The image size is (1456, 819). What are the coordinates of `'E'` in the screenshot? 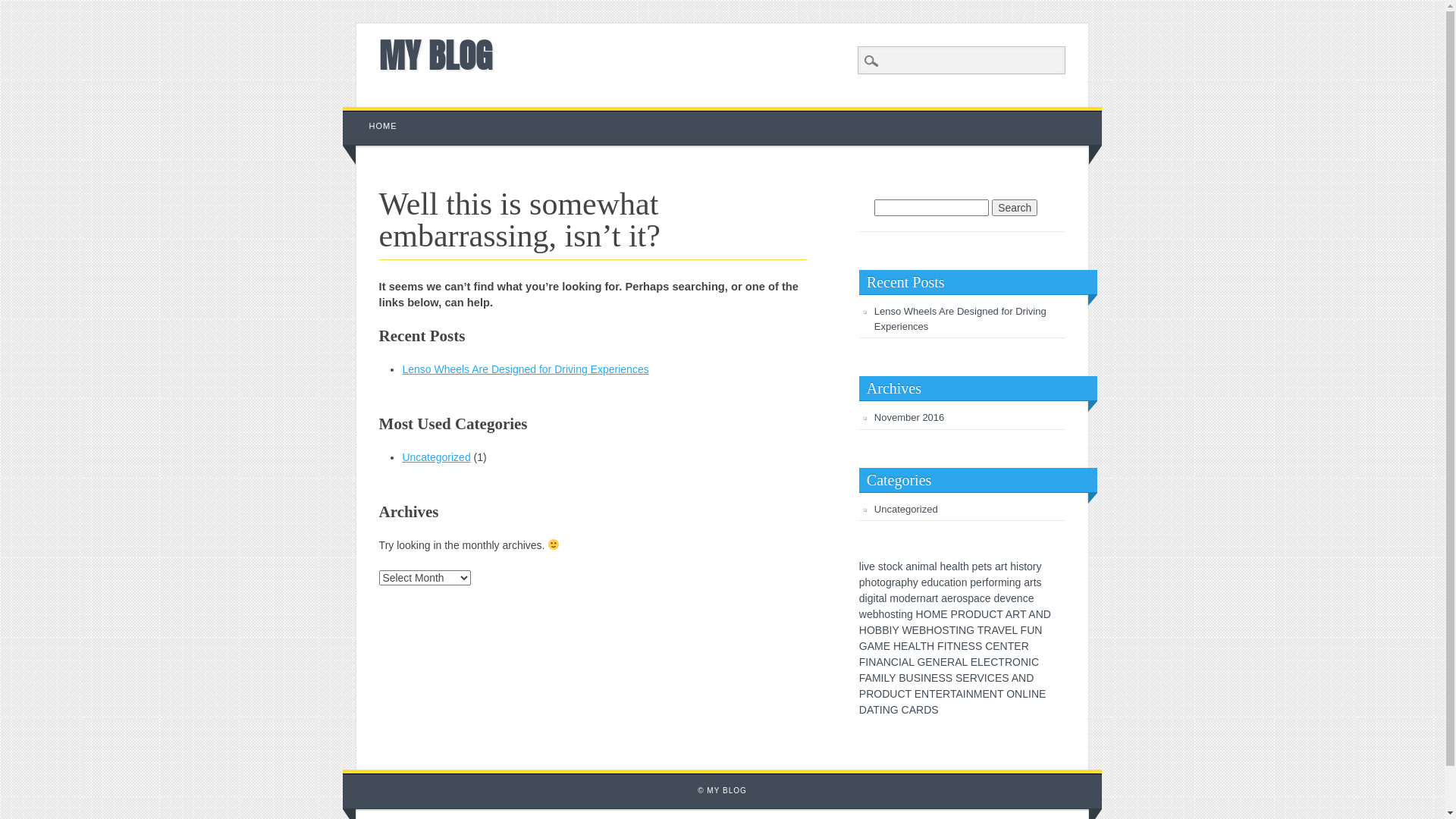 It's located at (943, 661).